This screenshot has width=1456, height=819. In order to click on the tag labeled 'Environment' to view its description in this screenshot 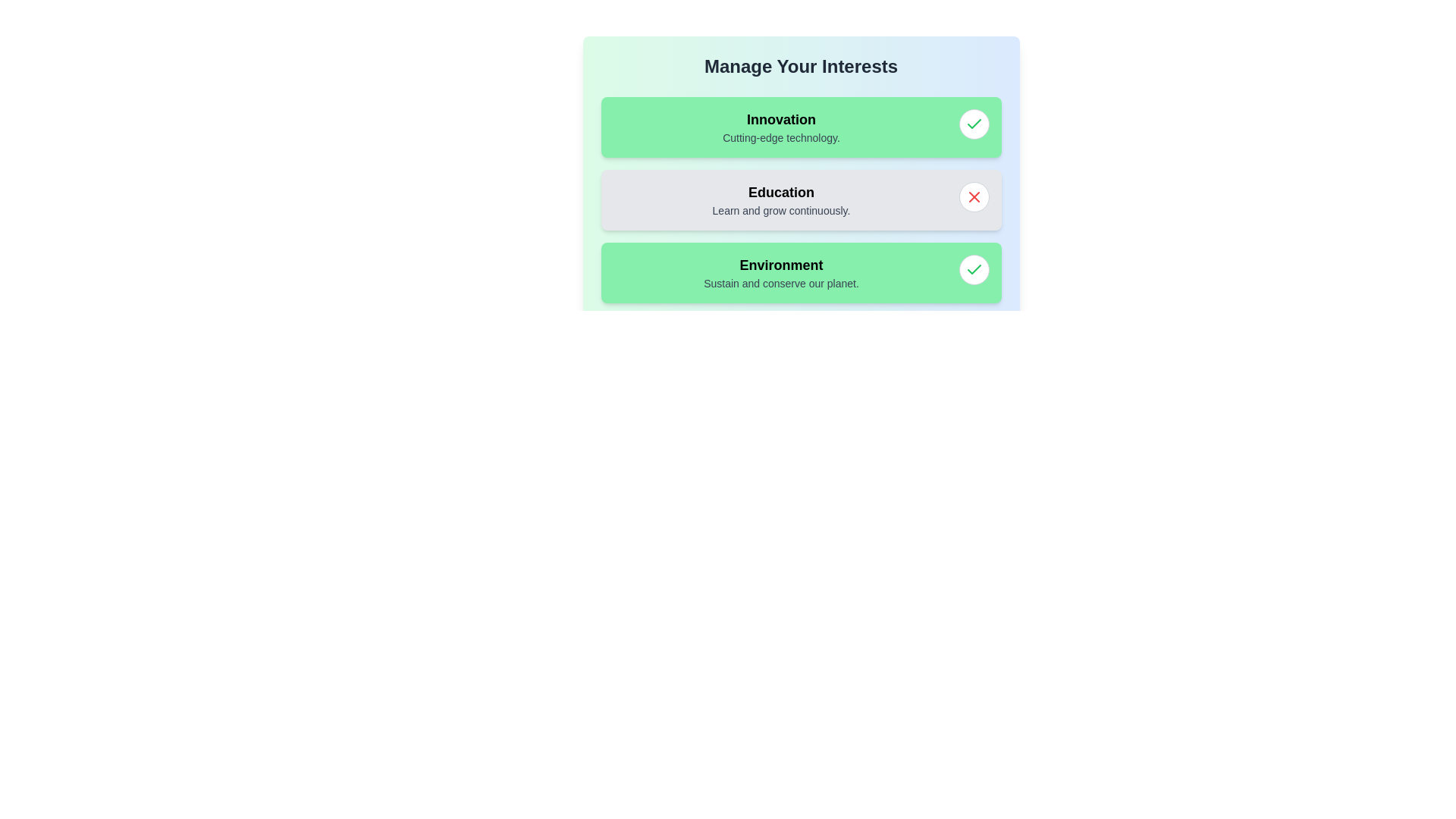, I will do `click(781, 271)`.